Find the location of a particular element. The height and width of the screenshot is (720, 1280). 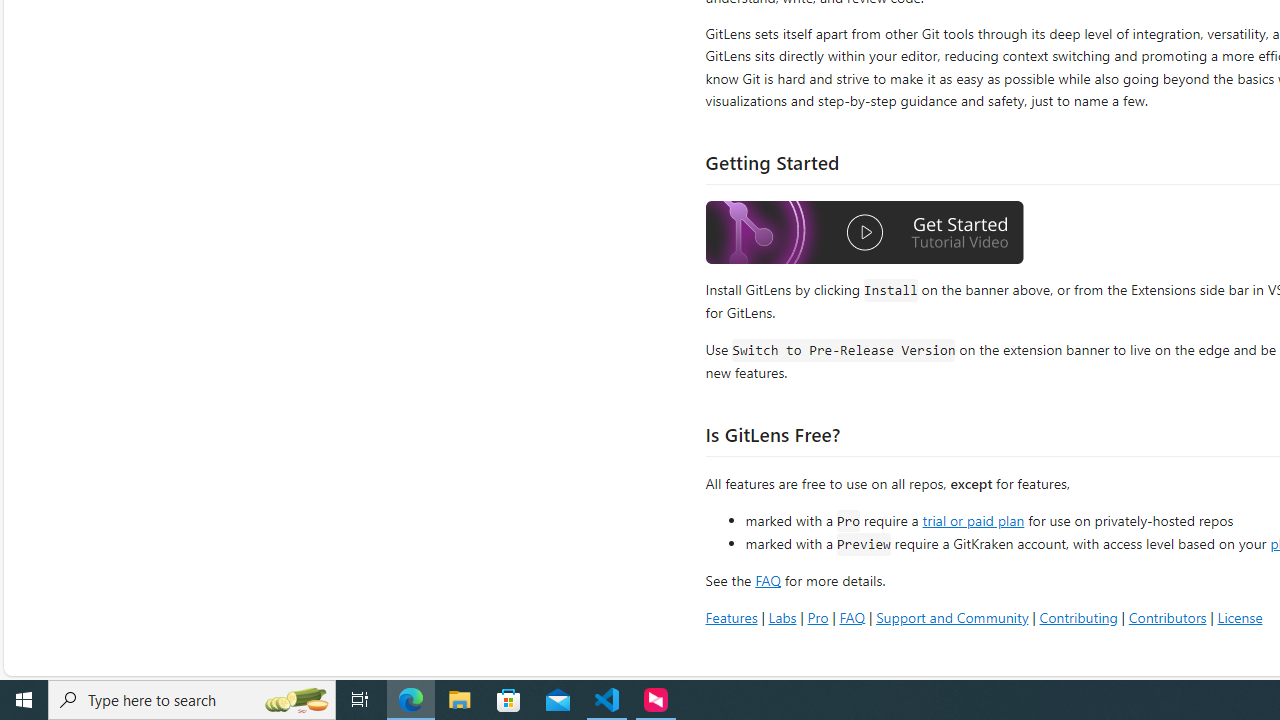

'Features' is located at coordinates (730, 616).